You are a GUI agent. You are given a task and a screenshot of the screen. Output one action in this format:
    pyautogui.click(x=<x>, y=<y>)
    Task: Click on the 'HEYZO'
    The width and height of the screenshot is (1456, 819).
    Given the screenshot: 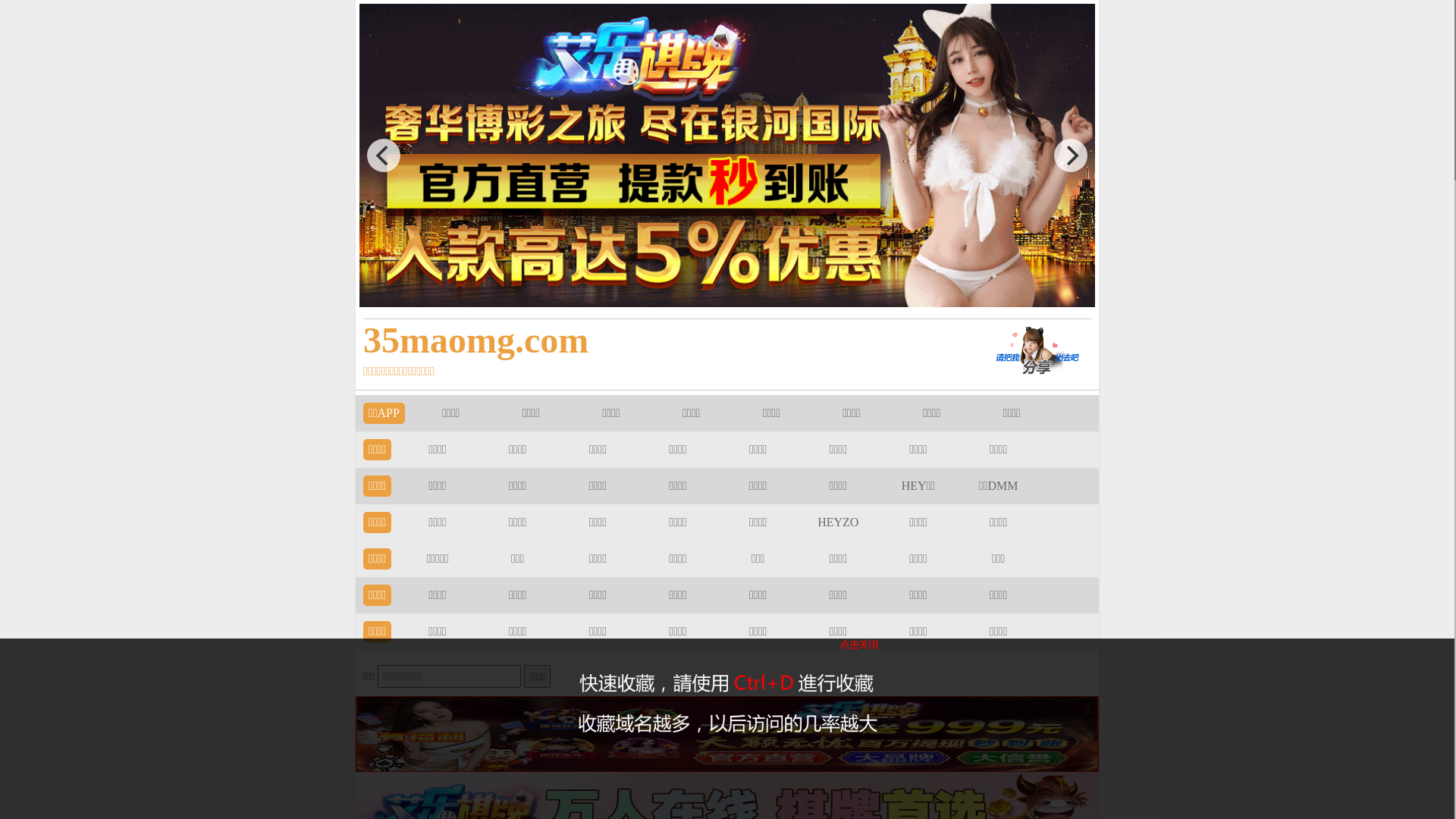 What is the action you would take?
    pyautogui.click(x=836, y=521)
    